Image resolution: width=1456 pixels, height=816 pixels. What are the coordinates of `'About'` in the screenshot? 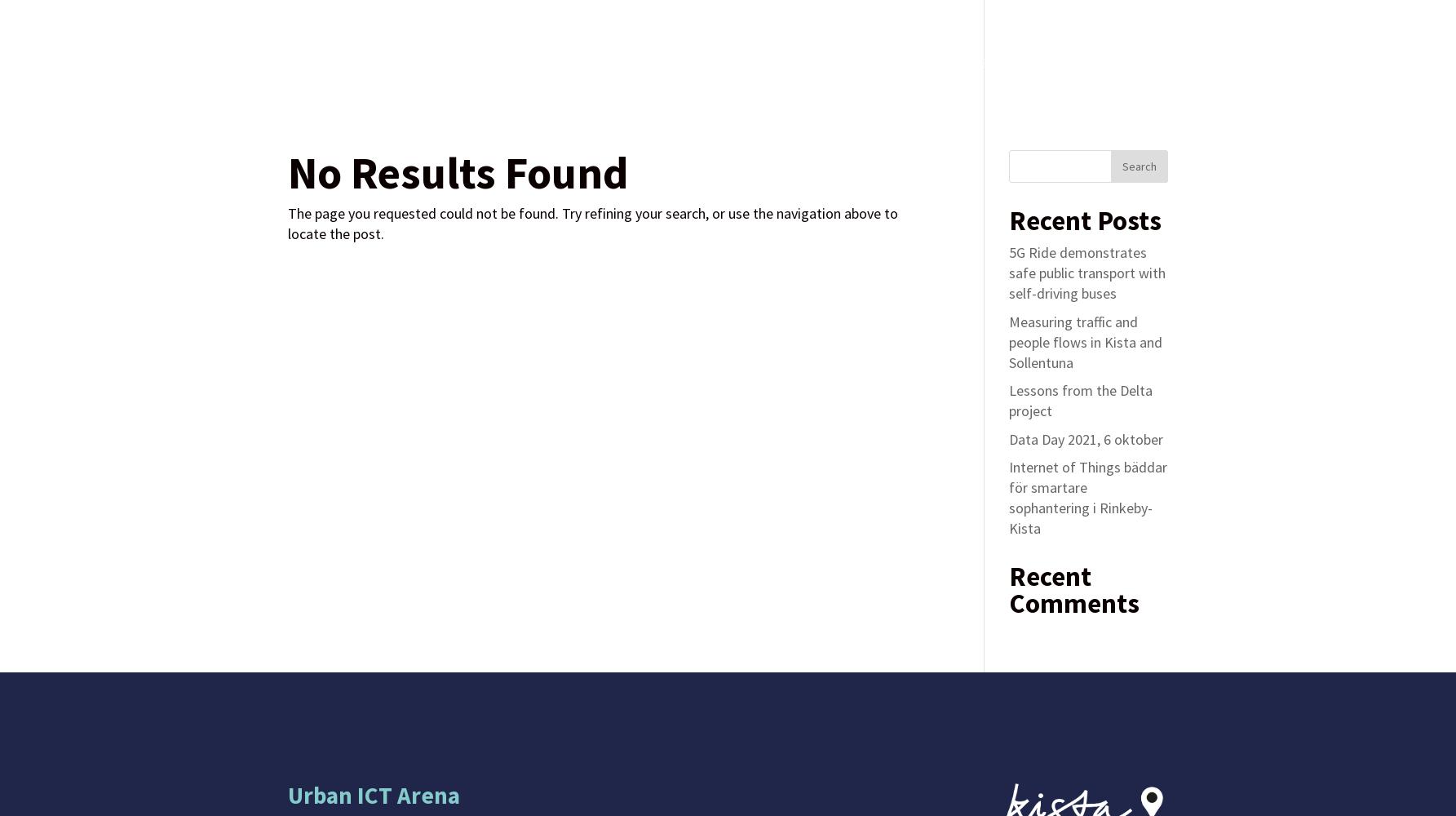 It's located at (1069, 62).